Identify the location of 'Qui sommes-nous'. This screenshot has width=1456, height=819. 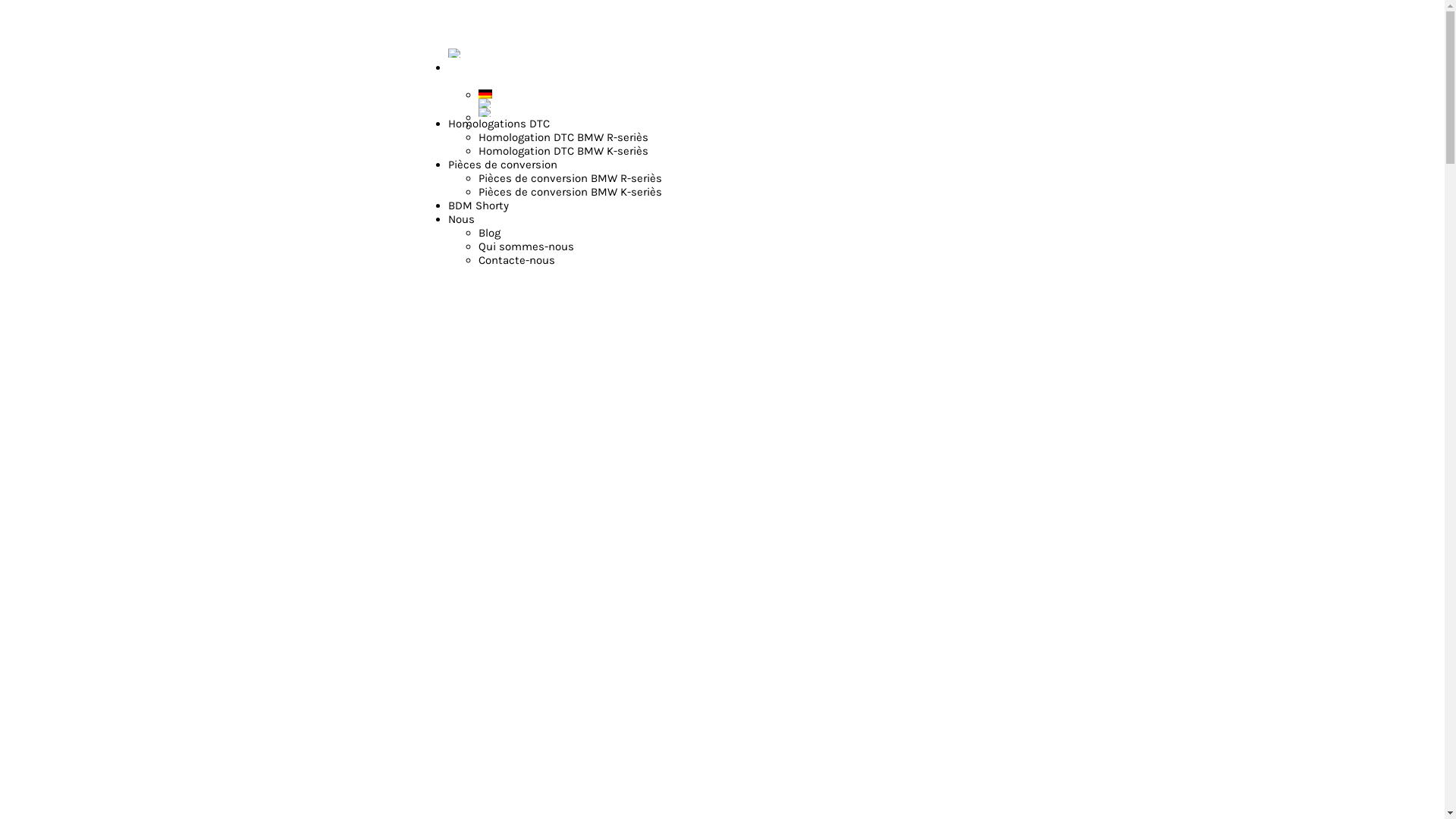
(526, 245).